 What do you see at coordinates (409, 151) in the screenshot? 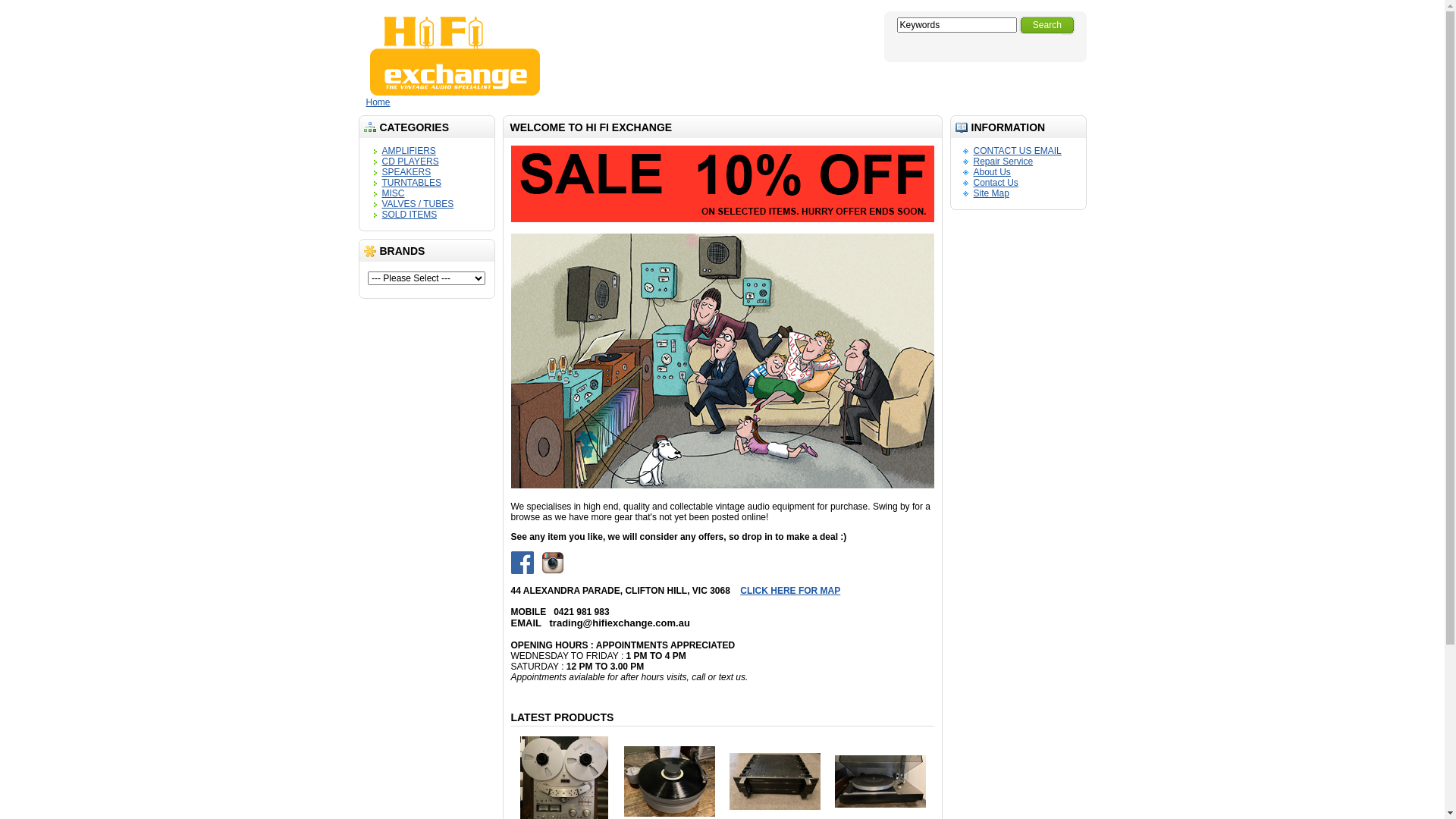
I see `'AMPLIFIERS'` at bounding box center [409, 151].